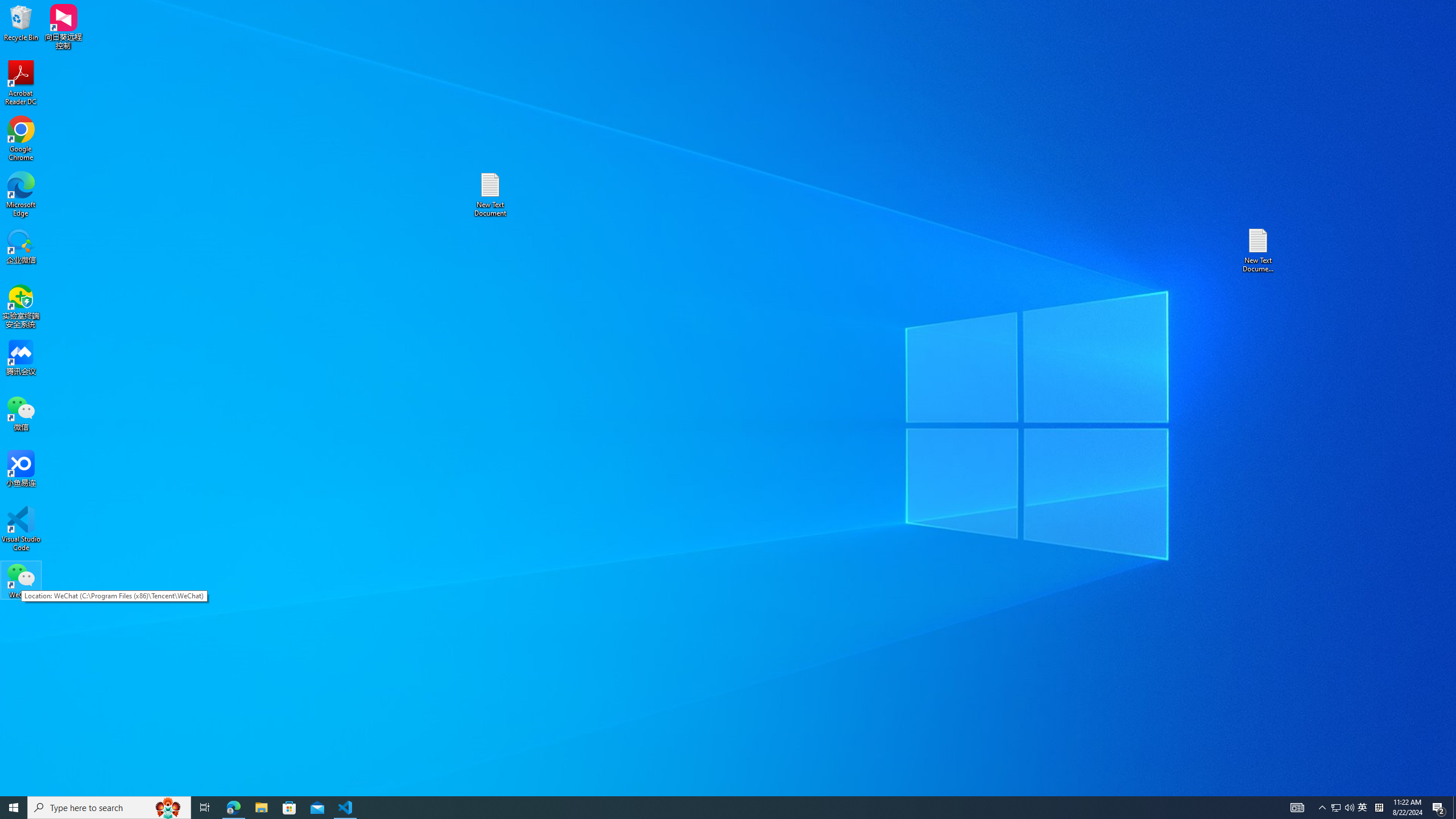 The height and width of the screenshot is (819, 1456). Describe the element at coordinates (109, 806) in the screenshot. I see `'Type here to search'` at that location.